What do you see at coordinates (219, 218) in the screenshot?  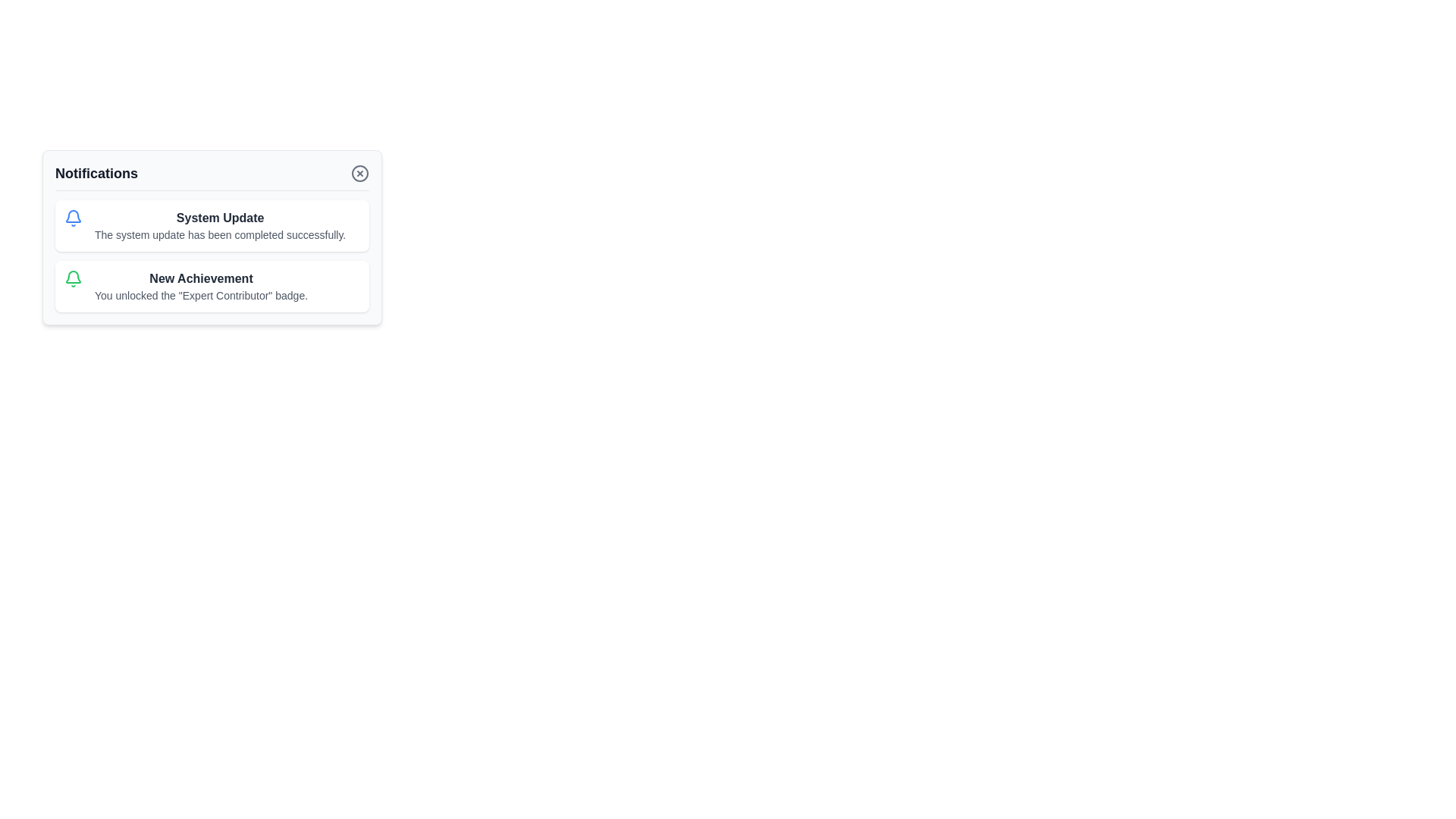 I see `text of the Text Label that serves as a title for a notification message, located near the top-left inside a notification card in the notifications panel` at bounding box center [219, 218].